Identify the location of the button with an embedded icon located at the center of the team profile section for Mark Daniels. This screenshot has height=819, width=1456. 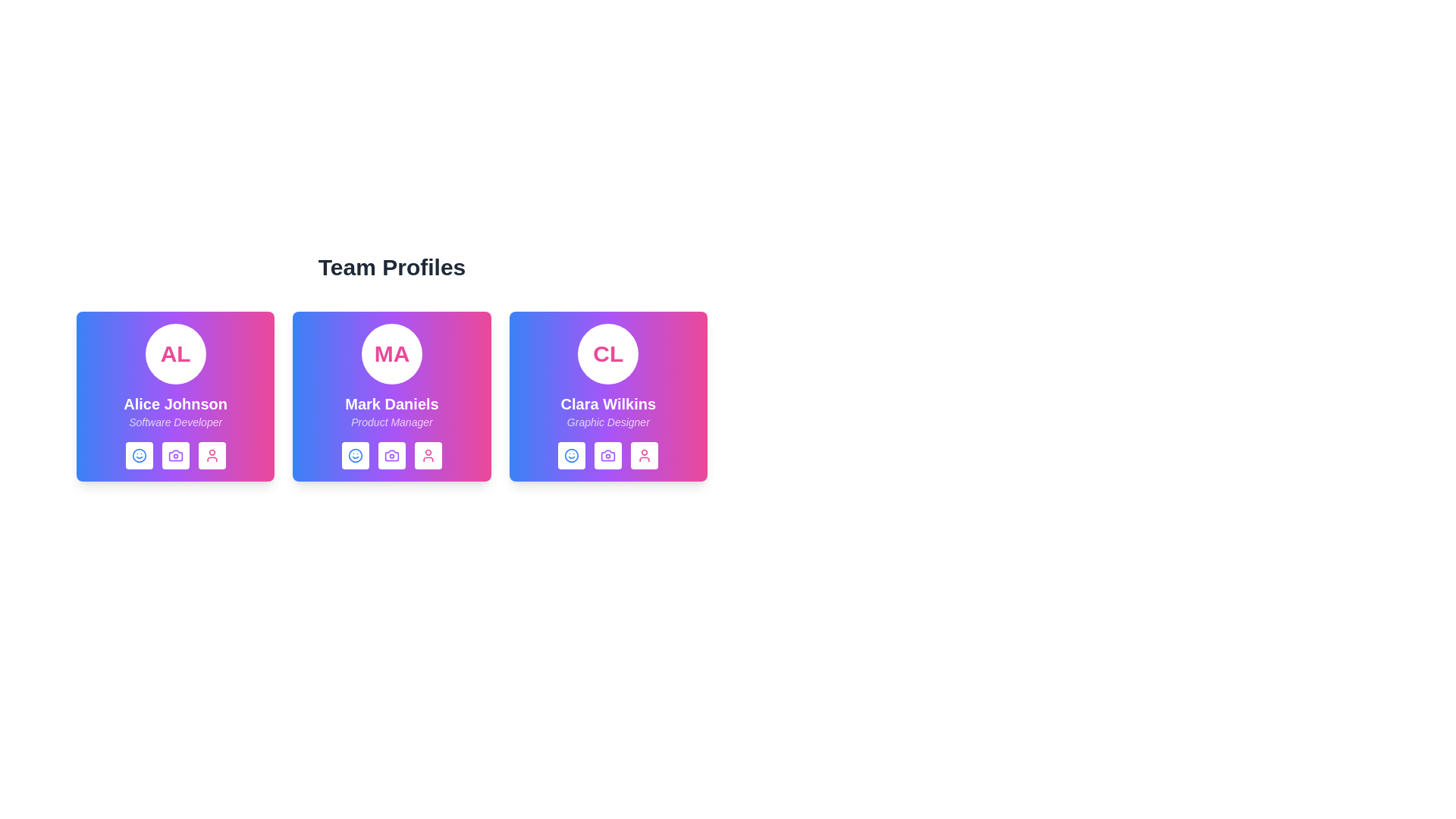
(392, 455).